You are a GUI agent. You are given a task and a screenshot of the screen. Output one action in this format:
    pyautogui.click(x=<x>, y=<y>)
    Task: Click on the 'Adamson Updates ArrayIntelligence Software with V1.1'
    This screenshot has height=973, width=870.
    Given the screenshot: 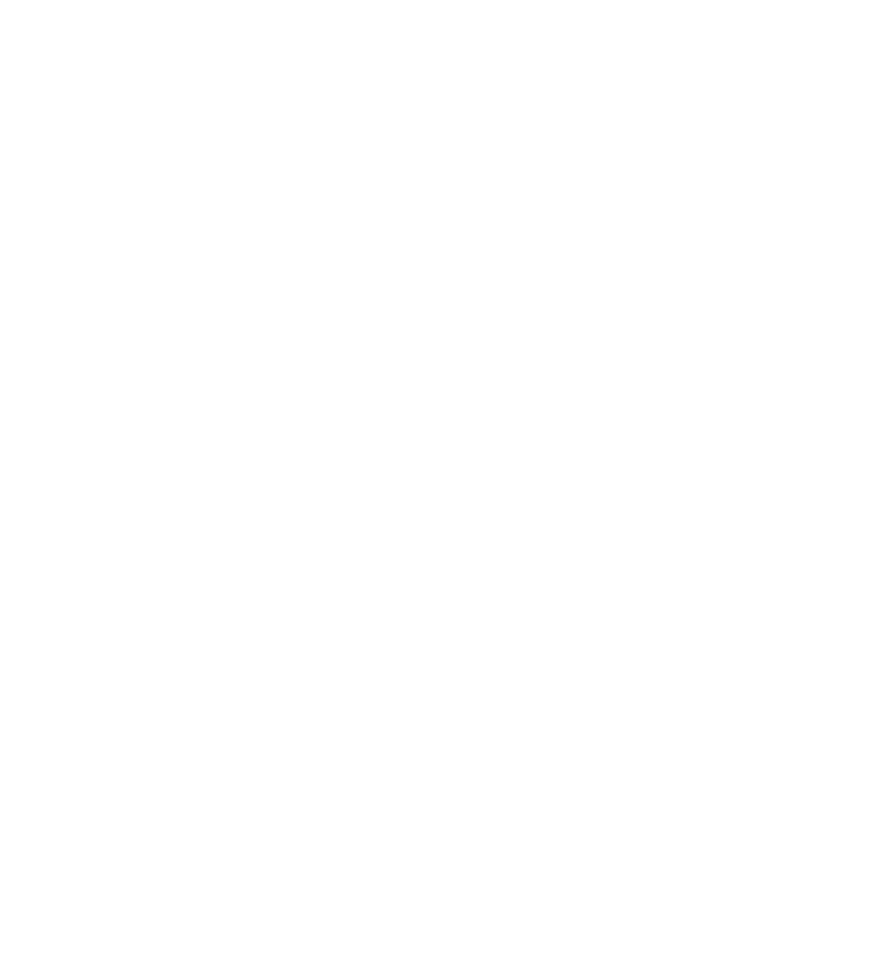 What is the action you would take?
    pyautogui.click(x=356, y=324)
    